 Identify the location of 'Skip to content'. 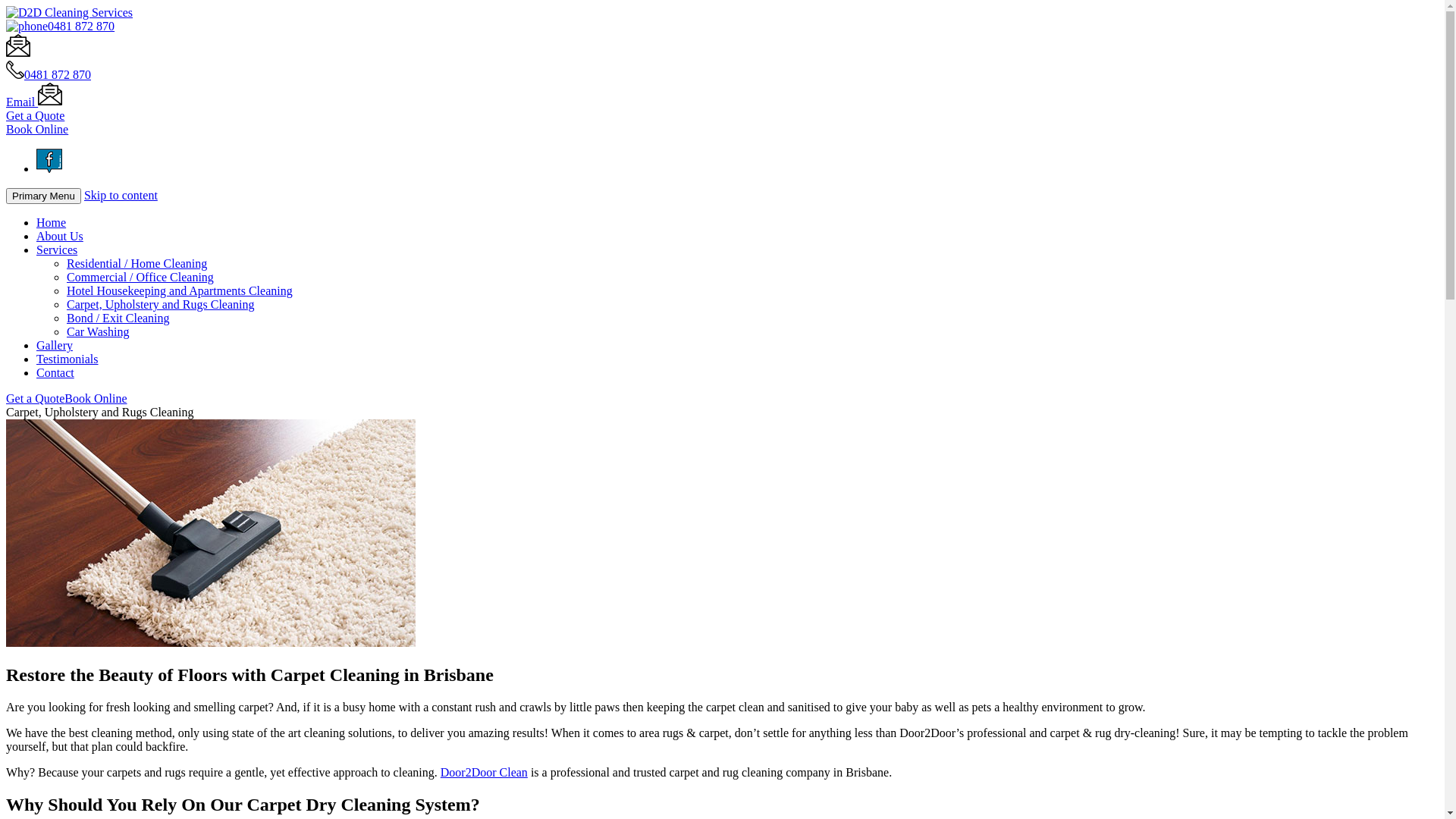
(120, 194).